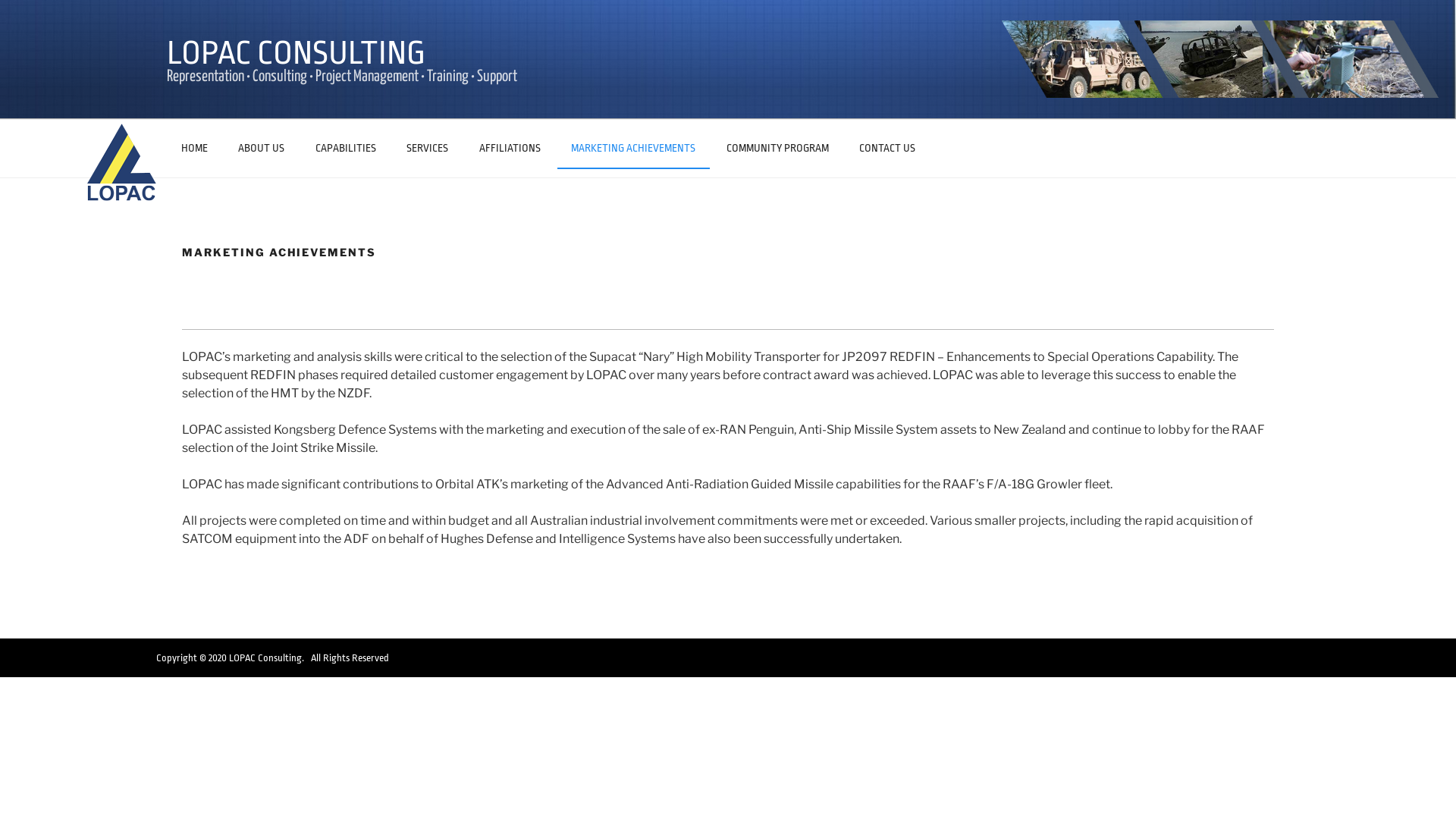 The width and height of the screenshot is (1456, 819). What do you see at coordinates (345, 147) in the screenshot?
I see `'CAPABILITIES'` at bounding box center [345, 147].